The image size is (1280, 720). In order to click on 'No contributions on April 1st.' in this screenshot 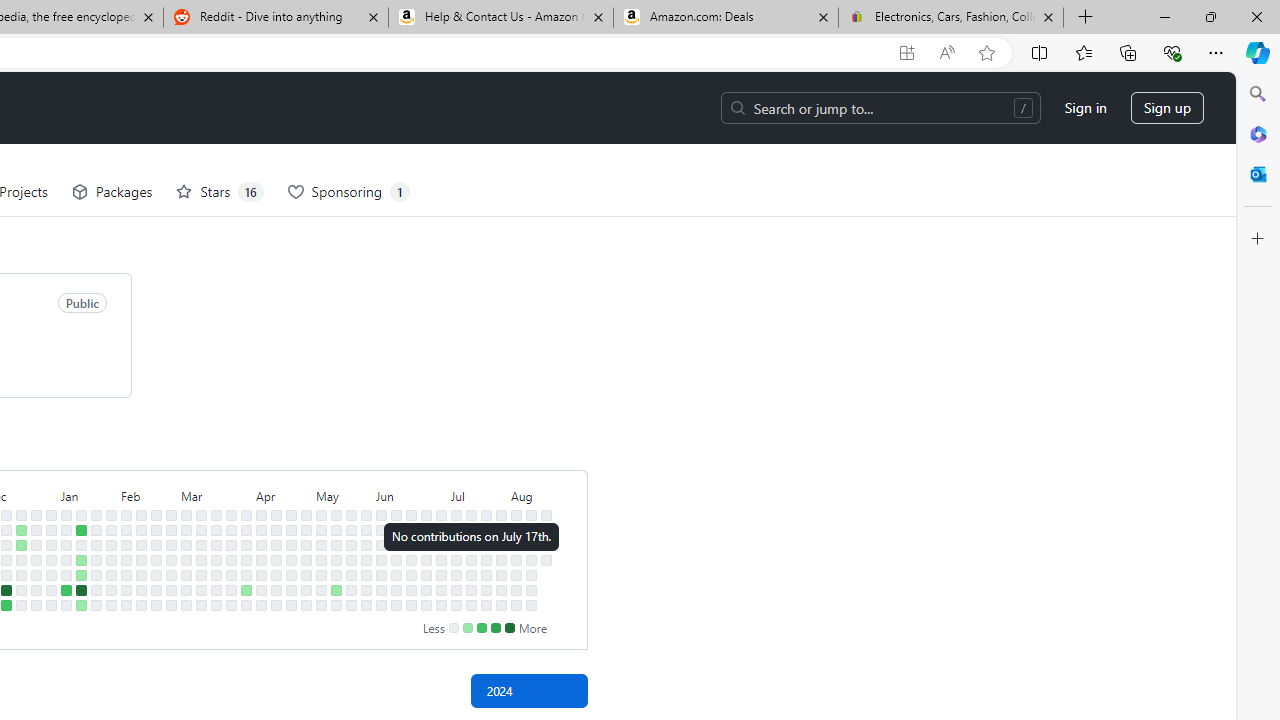, I will do `click(245, 528)`.